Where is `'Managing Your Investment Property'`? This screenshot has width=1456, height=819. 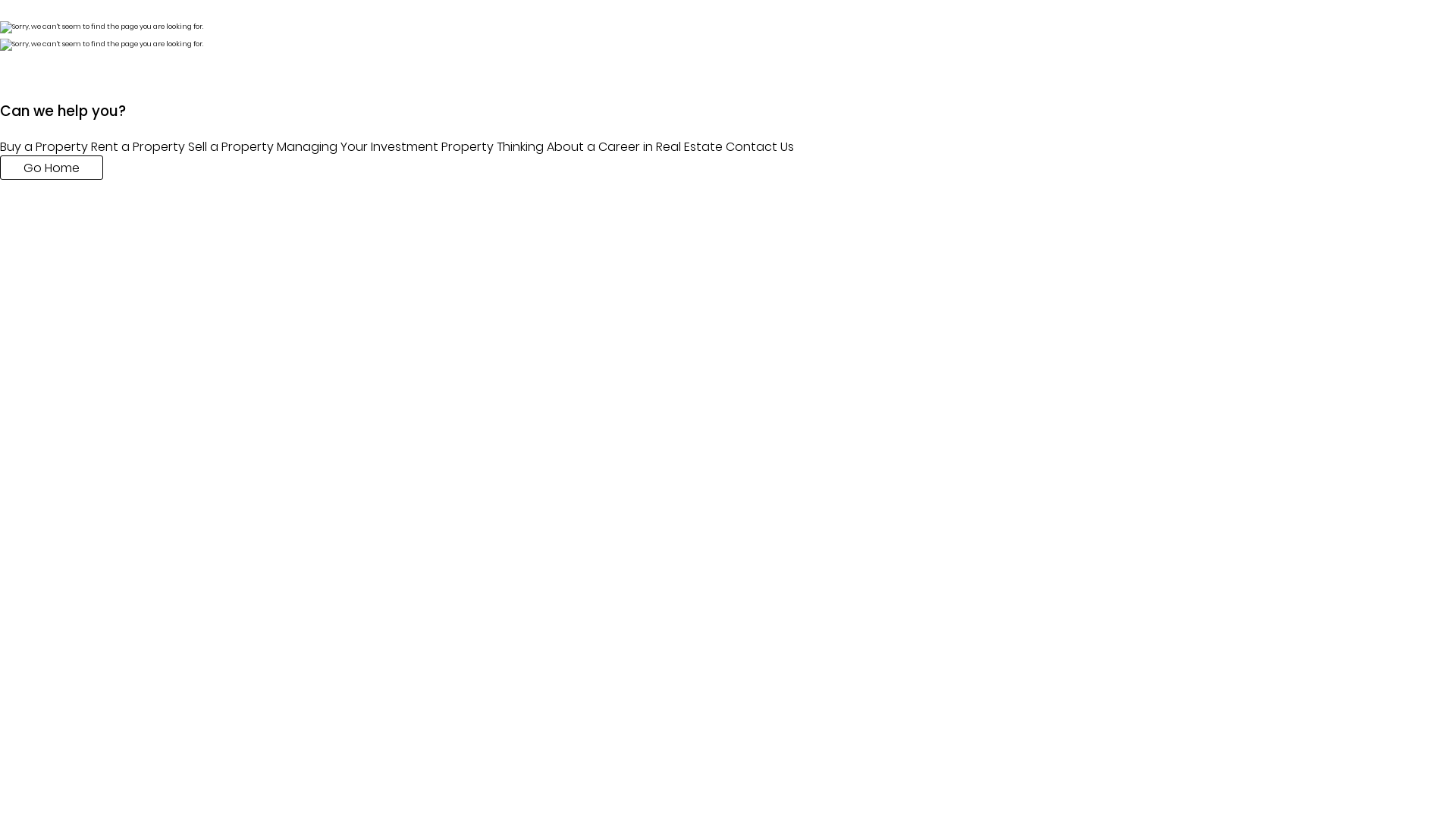 'Managing Your Investment Property' is located at coordinates (276, 146).